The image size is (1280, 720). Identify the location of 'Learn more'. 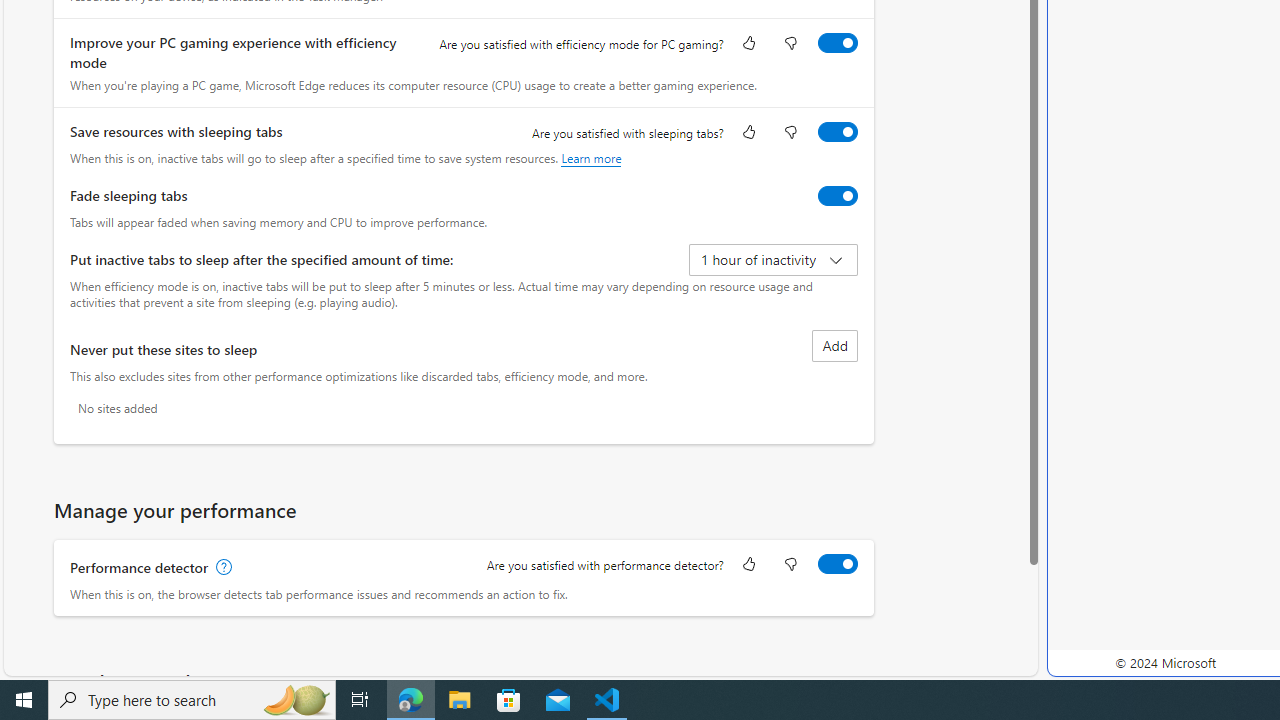
(590, 157).